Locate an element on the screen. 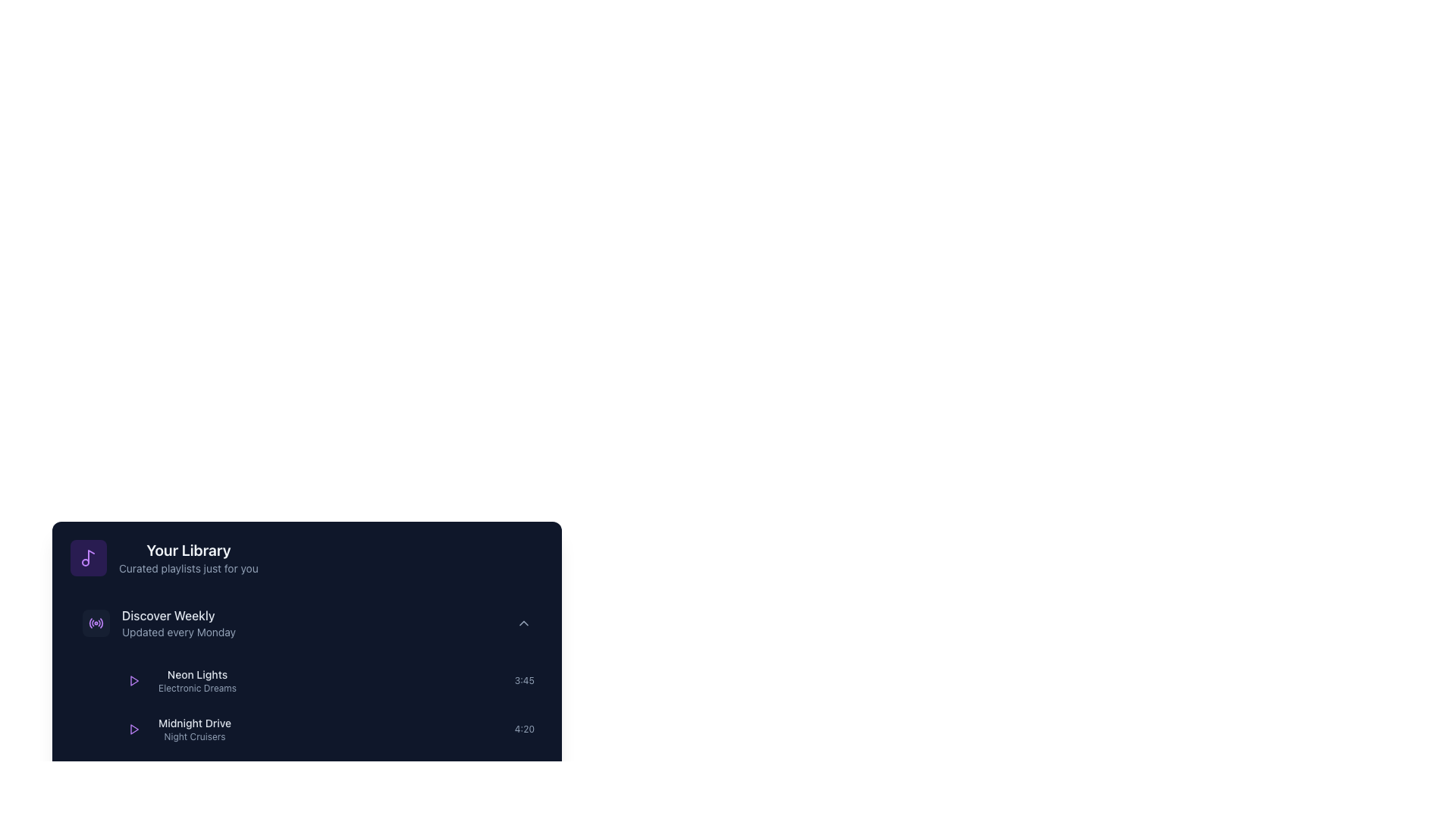 The image size is (1456, 819). informational text label that states 'Updated every Monday', which is styled in a smaller light grey font and positioned below the title 'Discover Weekly' is located at coordinates (179, 632).